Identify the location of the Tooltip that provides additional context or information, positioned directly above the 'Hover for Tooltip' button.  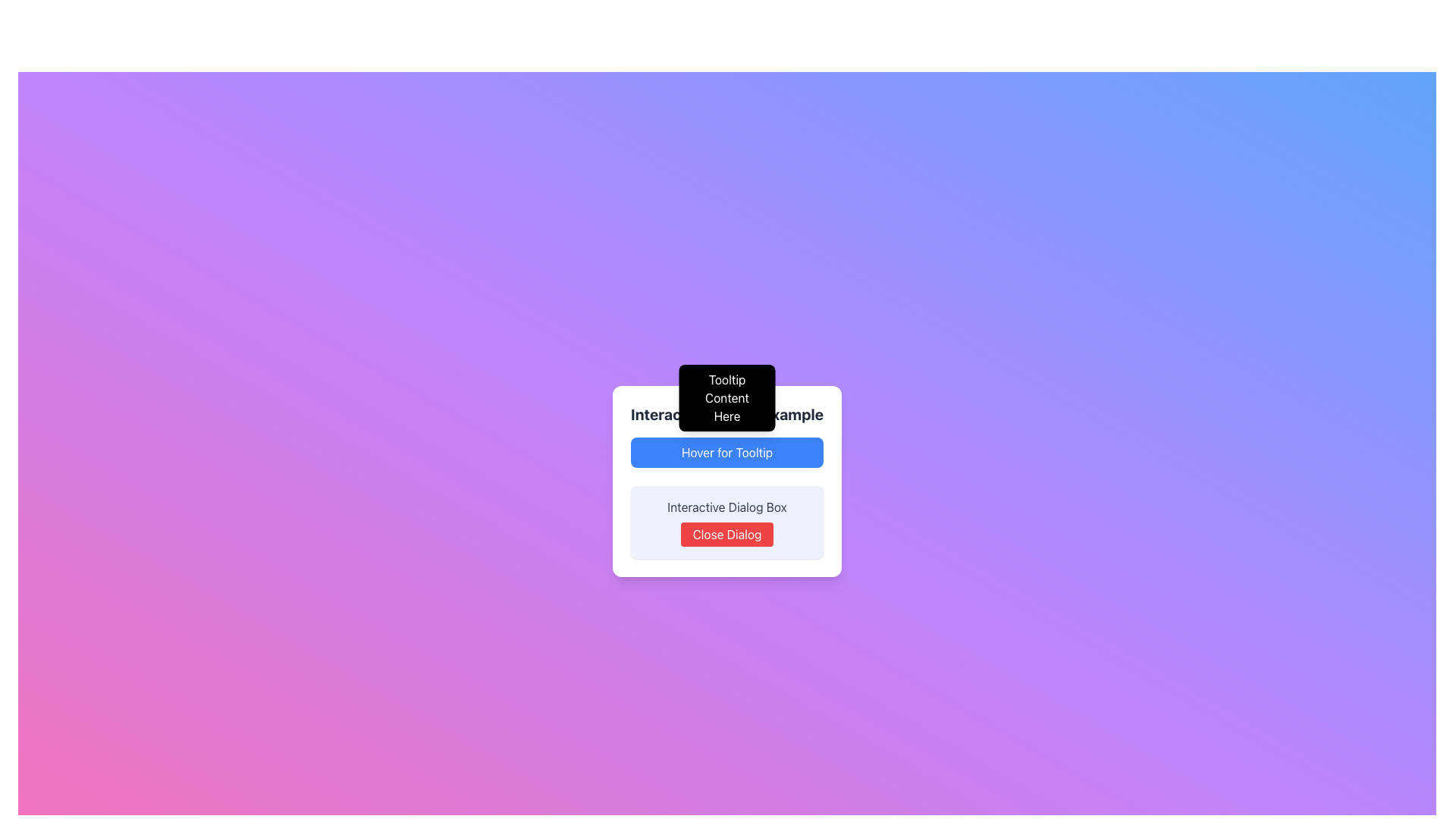
(726, 397).